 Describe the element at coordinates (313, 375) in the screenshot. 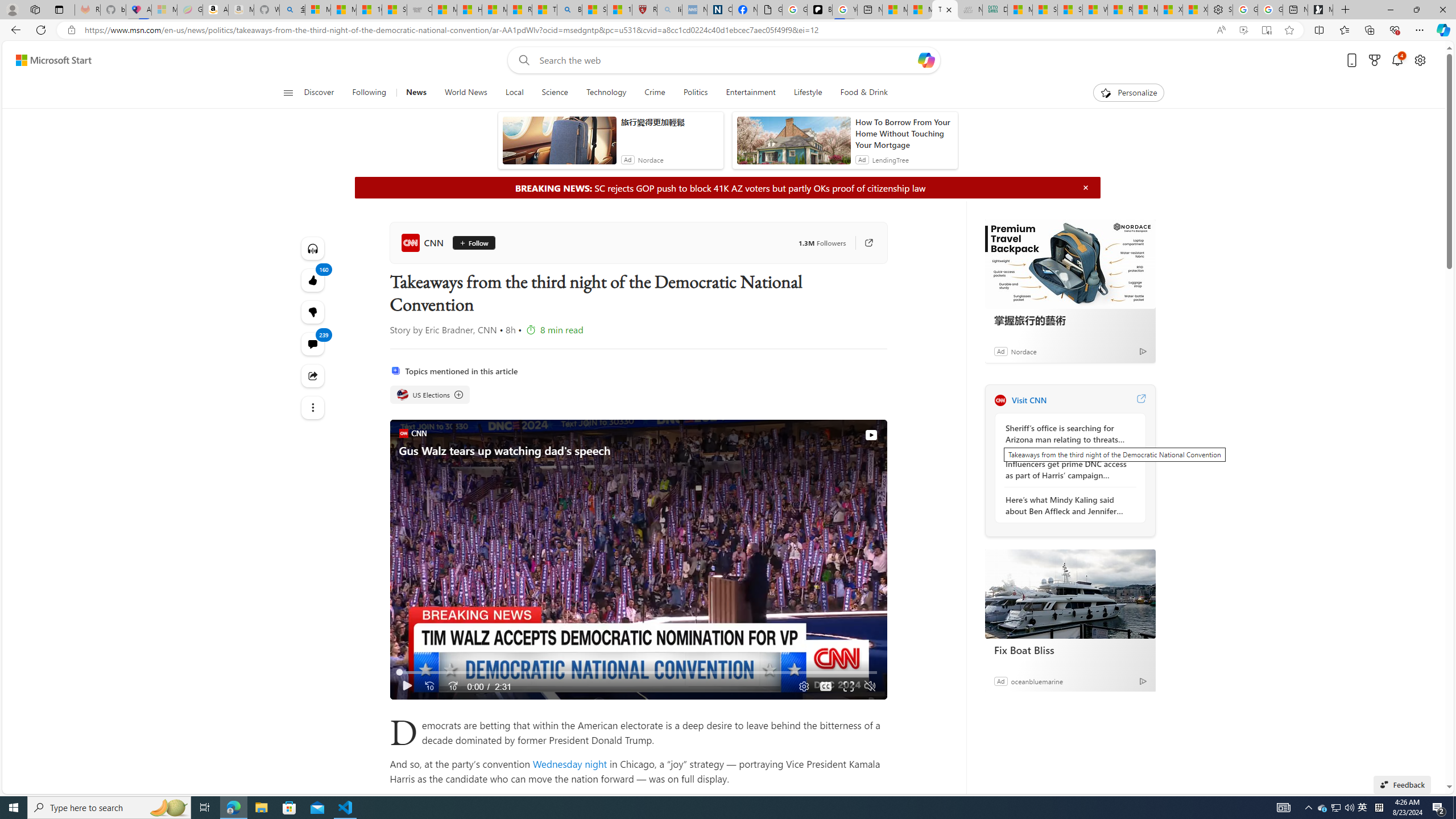

I see `'Share this story'` at that location.